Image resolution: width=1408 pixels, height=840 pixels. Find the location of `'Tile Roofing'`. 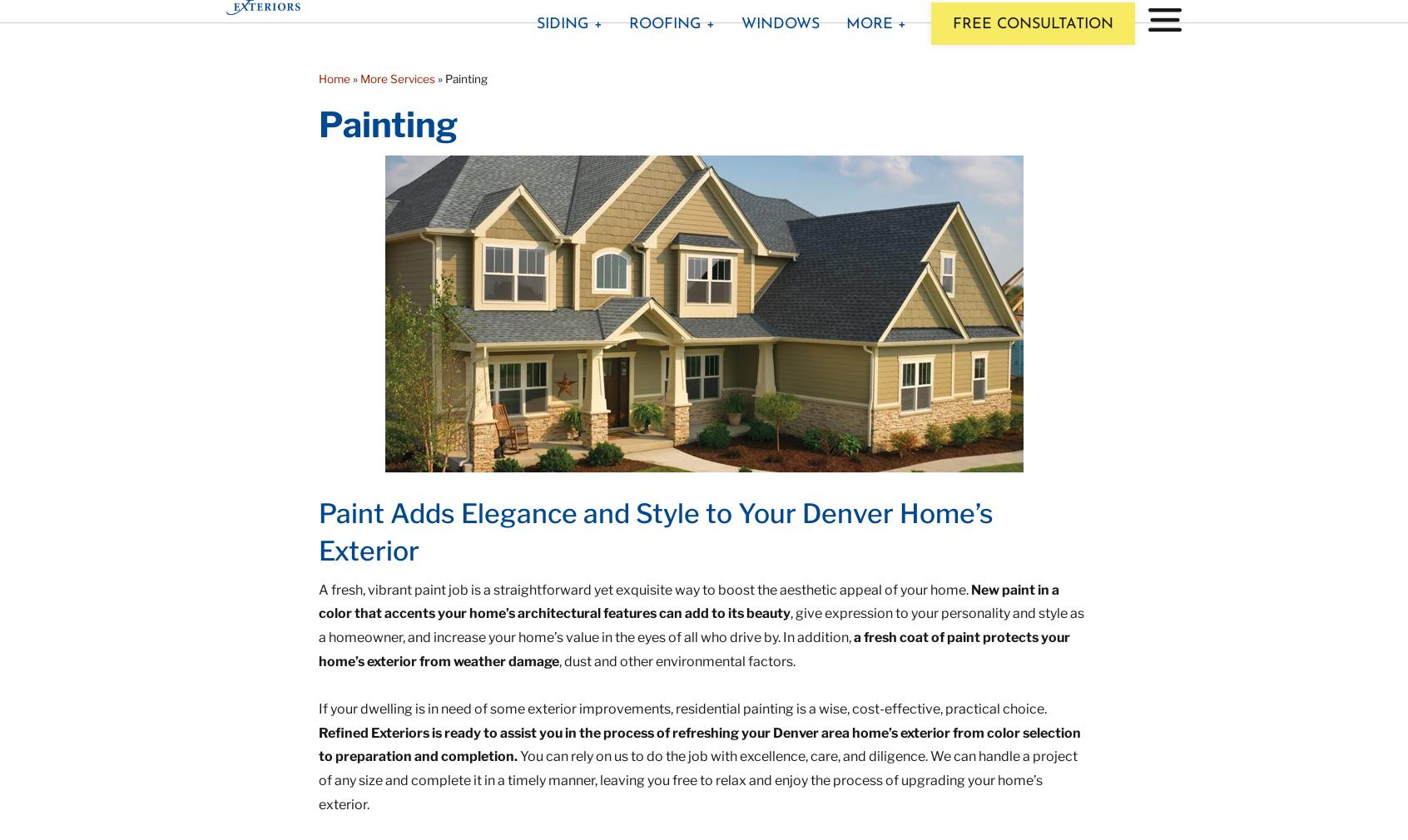

'Tile Roofing' is located at coordinates (624, 230).